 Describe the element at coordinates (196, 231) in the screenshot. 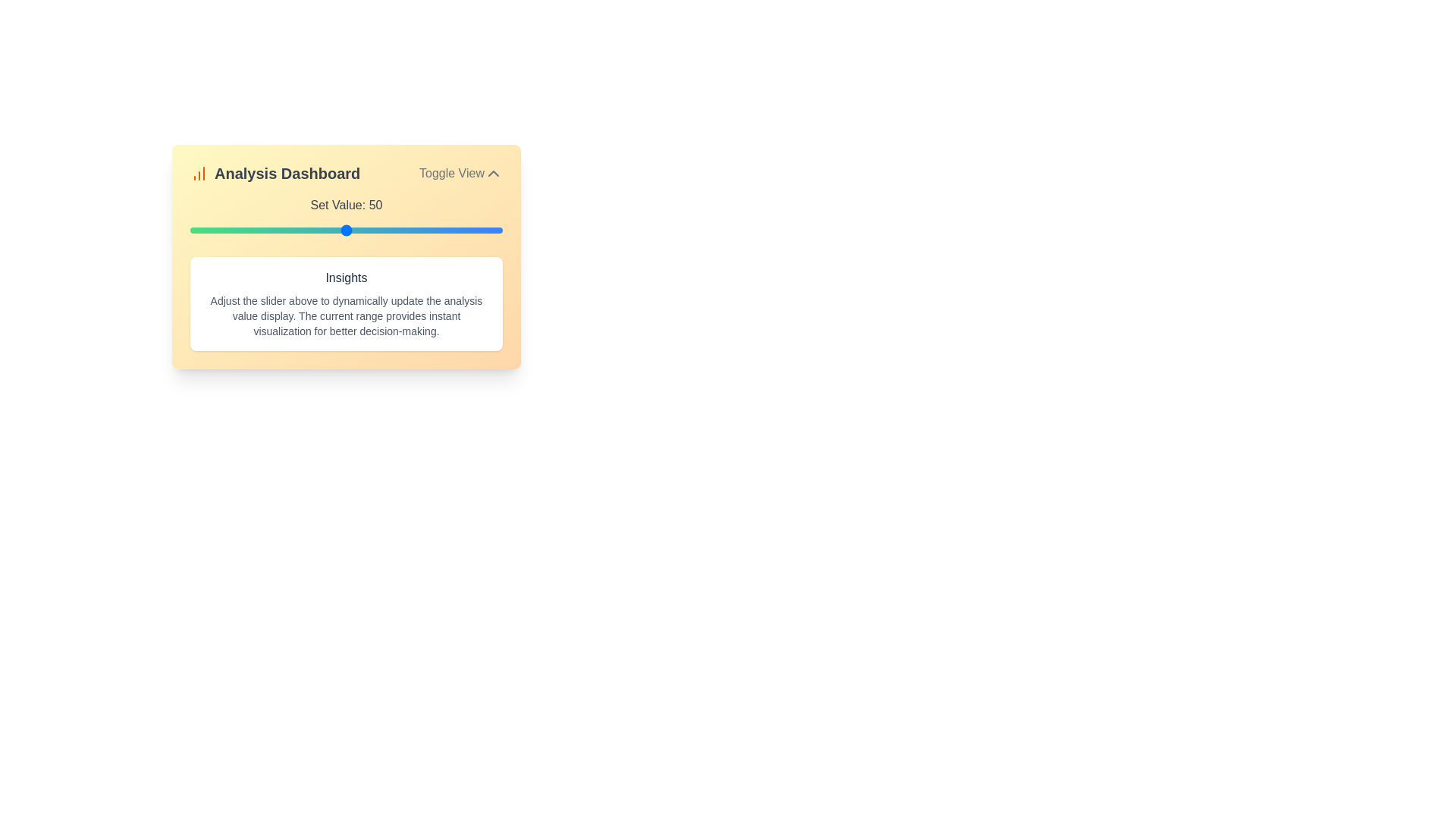

I see `the slider to set the value to 2` at that location.